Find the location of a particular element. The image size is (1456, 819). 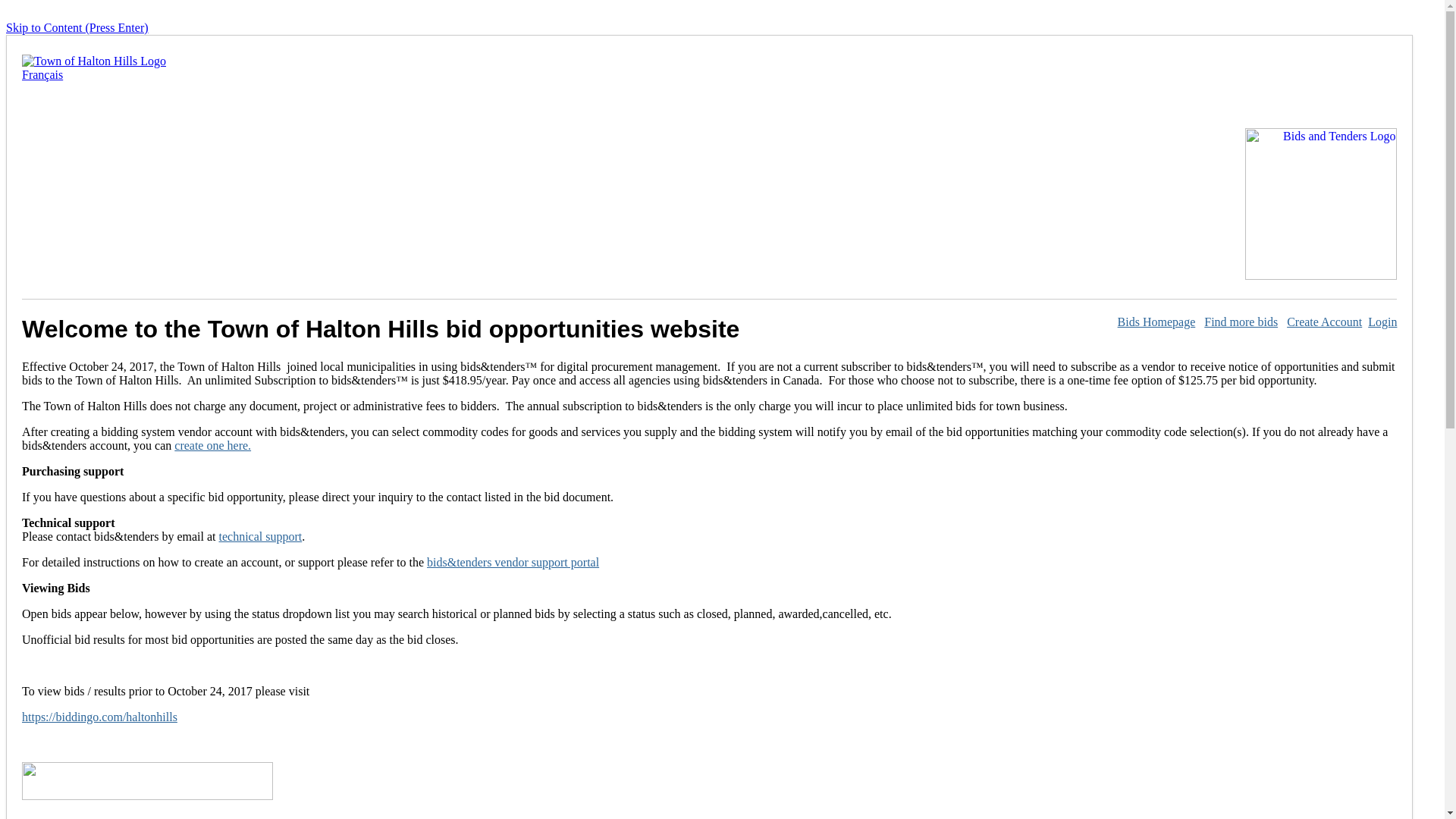

'bids&tenders vendor support portal' is located at coordinates (425, 562).